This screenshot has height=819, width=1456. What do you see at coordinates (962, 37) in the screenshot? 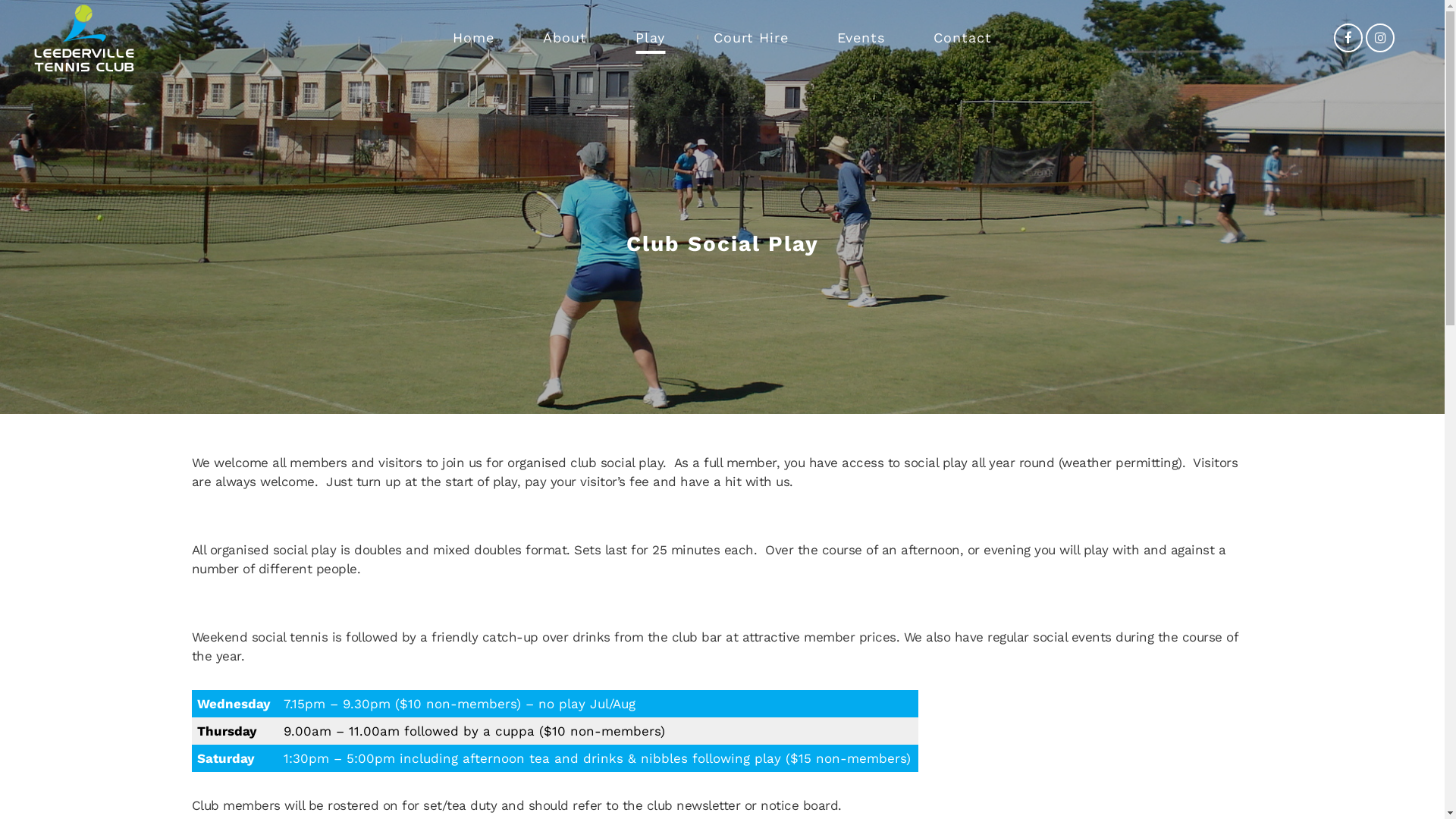
I see `'Contact'` at bounding box center [962, 37].